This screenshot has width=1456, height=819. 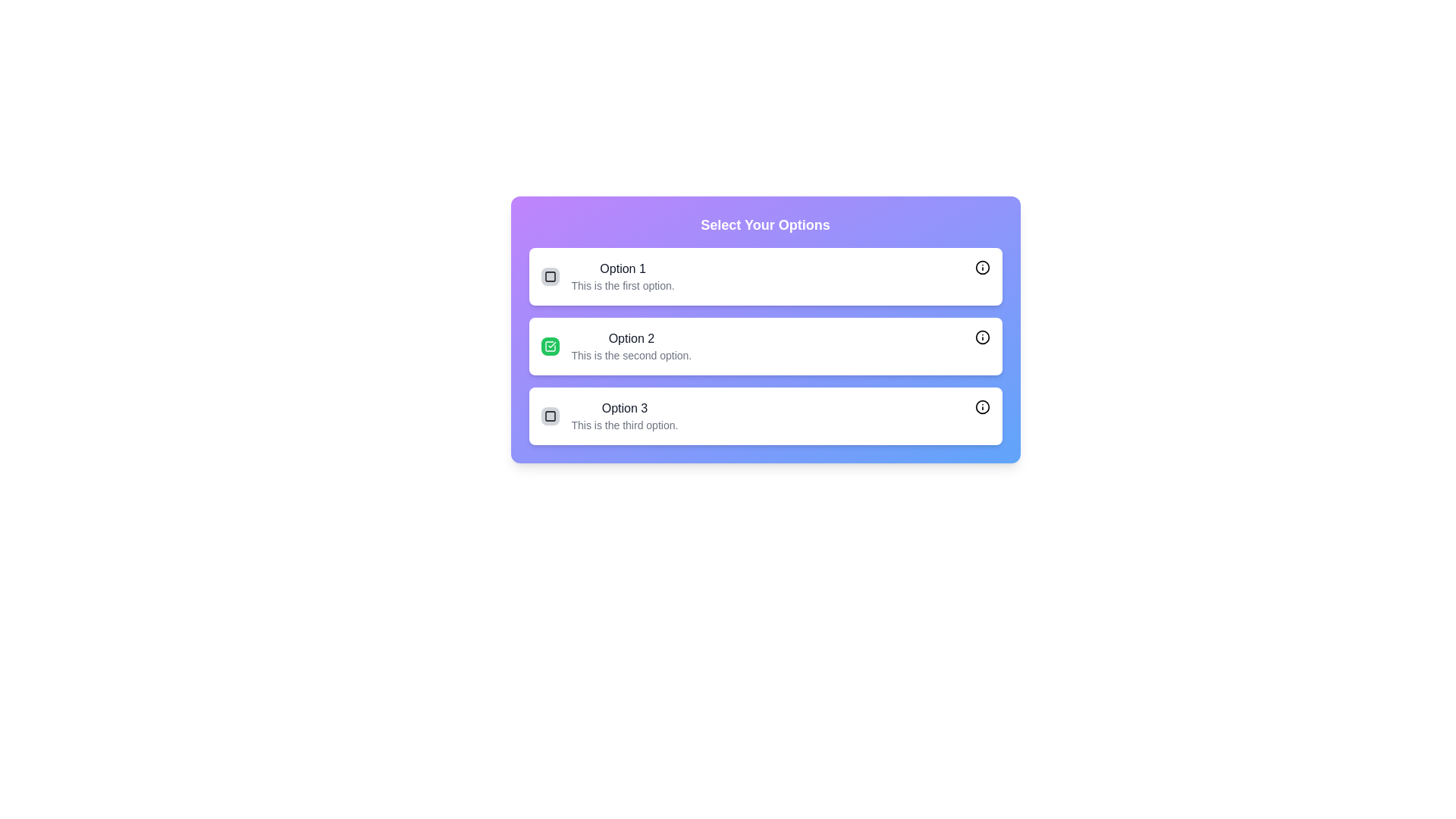 I want to click on the light-gray checkbox or toggle button located to the left of 'Option 3' to possibly trigger a tooltip or styling change, so click(x=549, y=416).